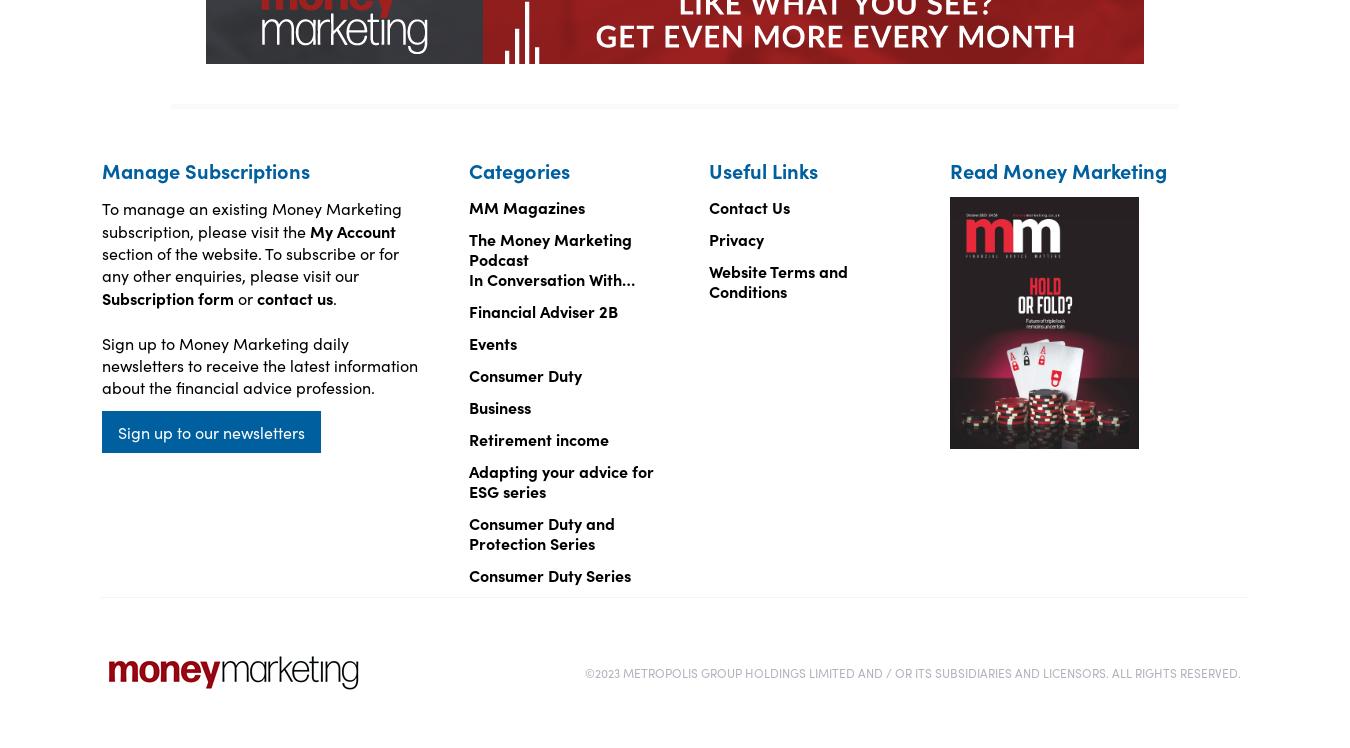 The image size is (1350, 748). What do you see at coordinates (762, 167) in the screenshot?
I see `'Useful Links'` at bounding box center [762, 167].